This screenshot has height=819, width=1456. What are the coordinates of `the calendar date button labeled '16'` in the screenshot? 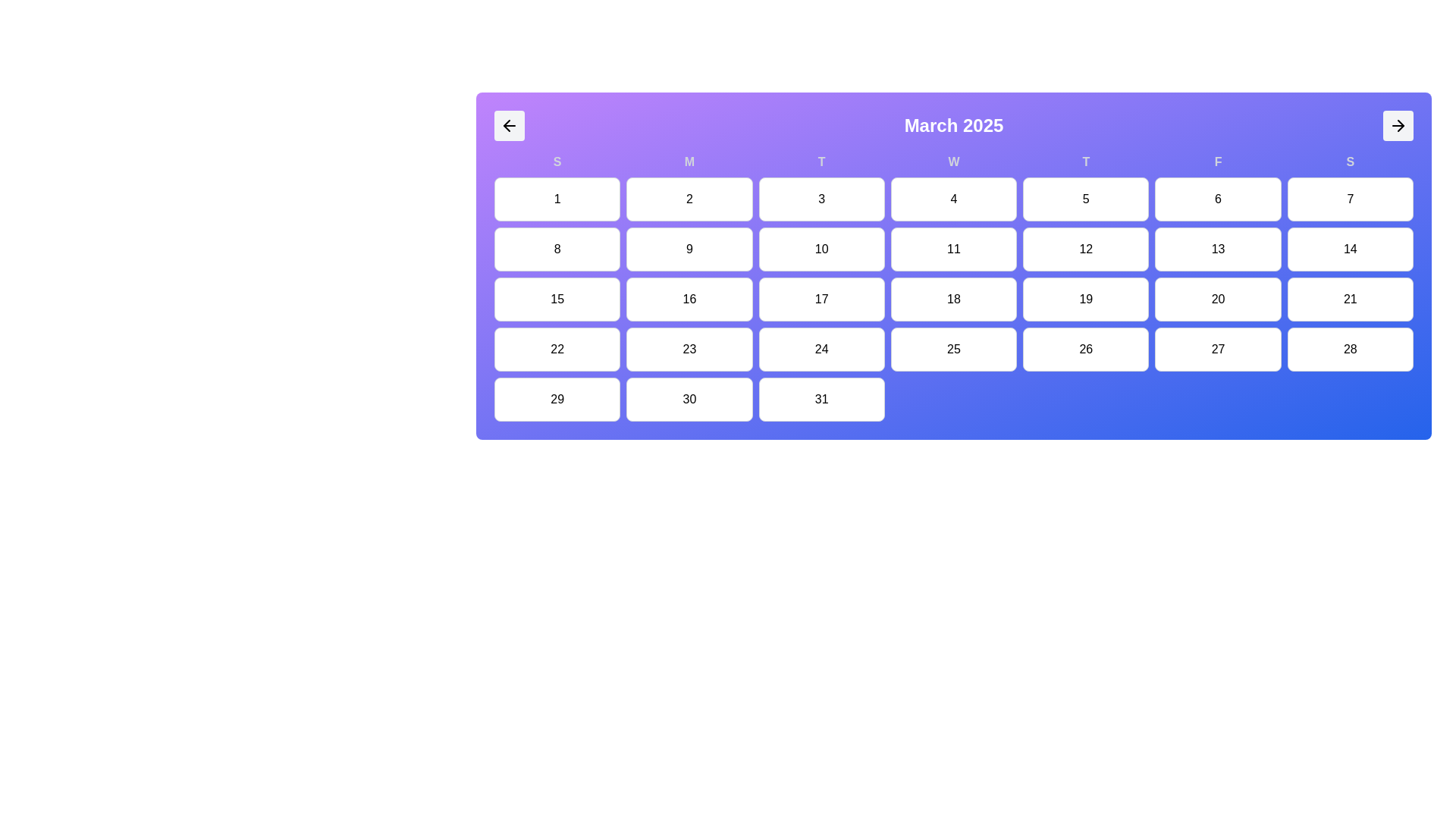 It's located at (689, 299).